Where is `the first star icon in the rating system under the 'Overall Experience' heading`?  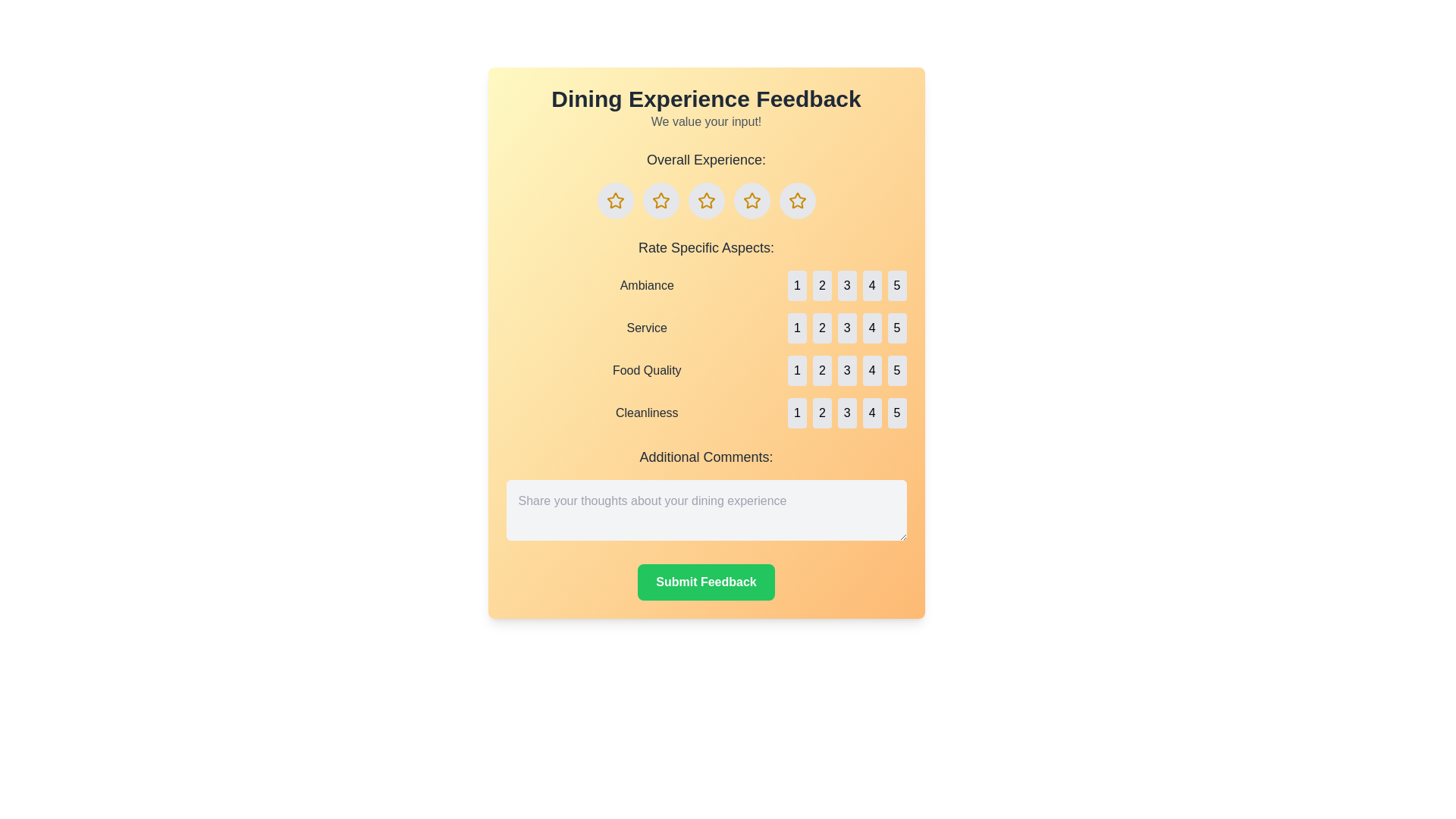 the first star icon in the rating system under the 'Overall Experience' heading is located at coordinates (615, 200).